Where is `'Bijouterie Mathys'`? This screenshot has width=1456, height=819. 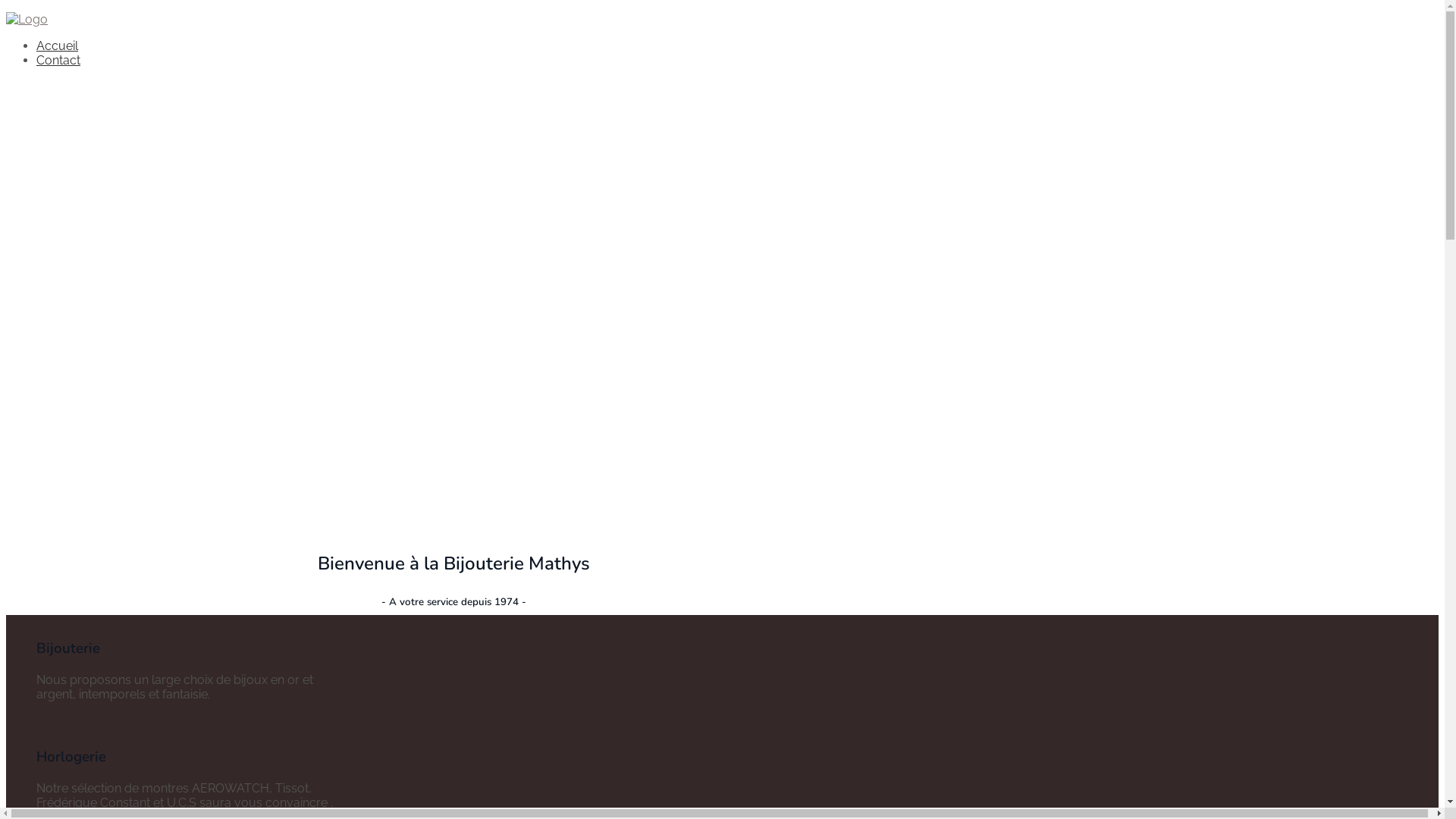 'Bijouterie Mathys' is located at coordinates (27, 19).